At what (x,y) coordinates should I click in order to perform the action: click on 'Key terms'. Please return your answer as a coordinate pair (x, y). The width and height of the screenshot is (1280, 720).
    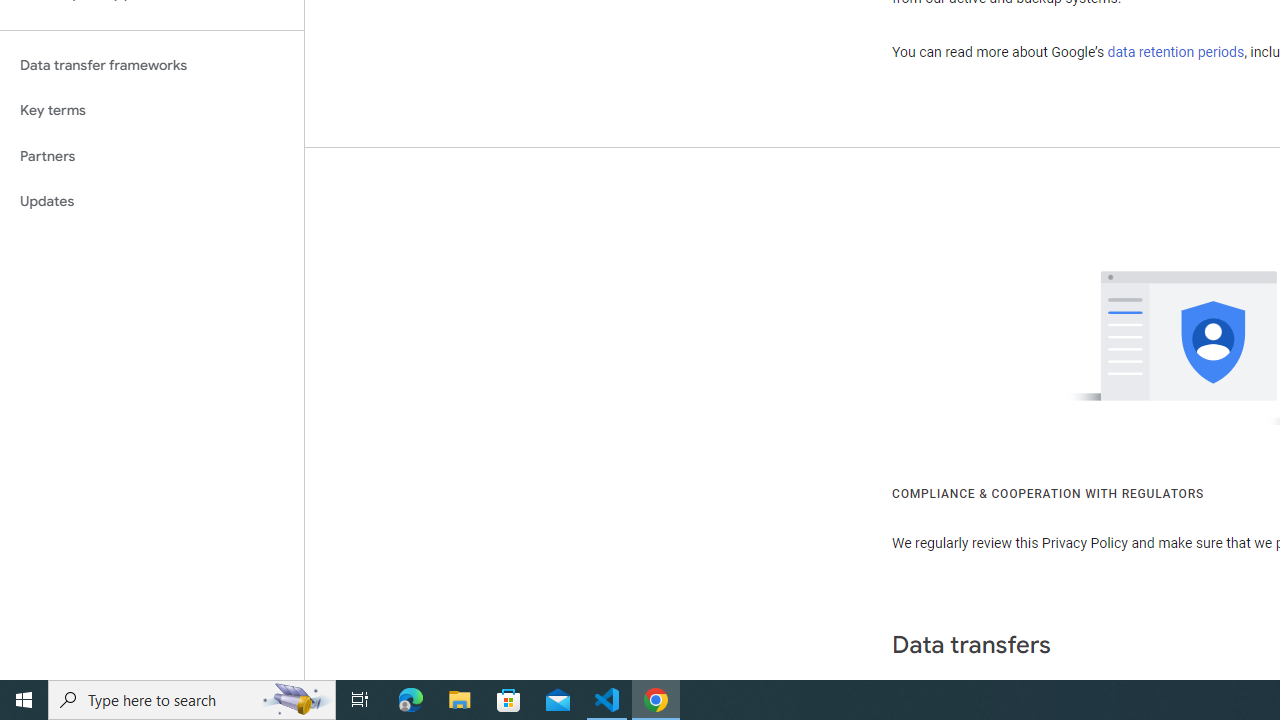
    Looking at the image, I should click on (151, 110).